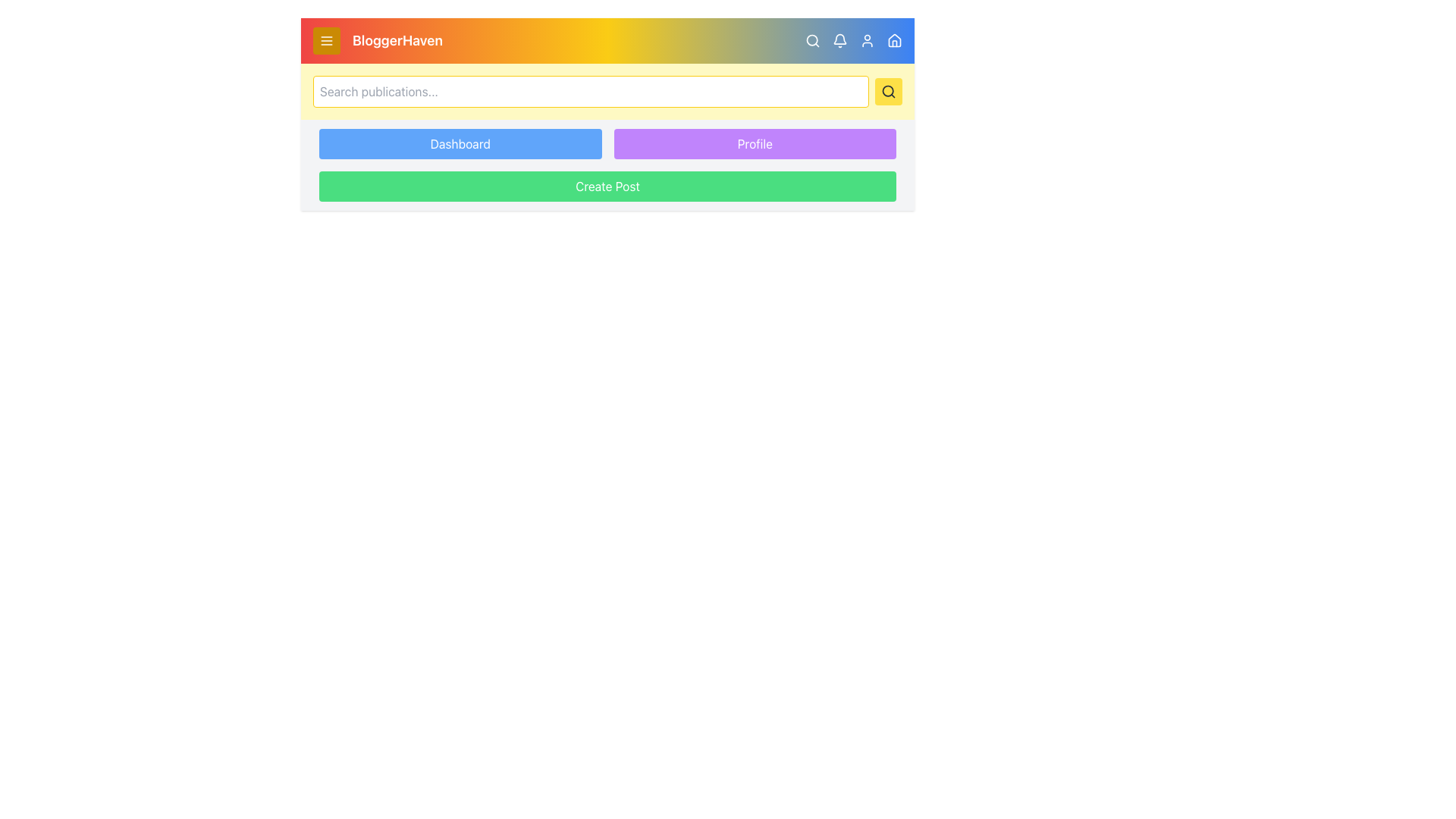  I want to click on the circular part of the search icon, which symbolizes the lens of a magnifying glass and is located to the right of the search bar in the top section of the interface, so click(888, 91).